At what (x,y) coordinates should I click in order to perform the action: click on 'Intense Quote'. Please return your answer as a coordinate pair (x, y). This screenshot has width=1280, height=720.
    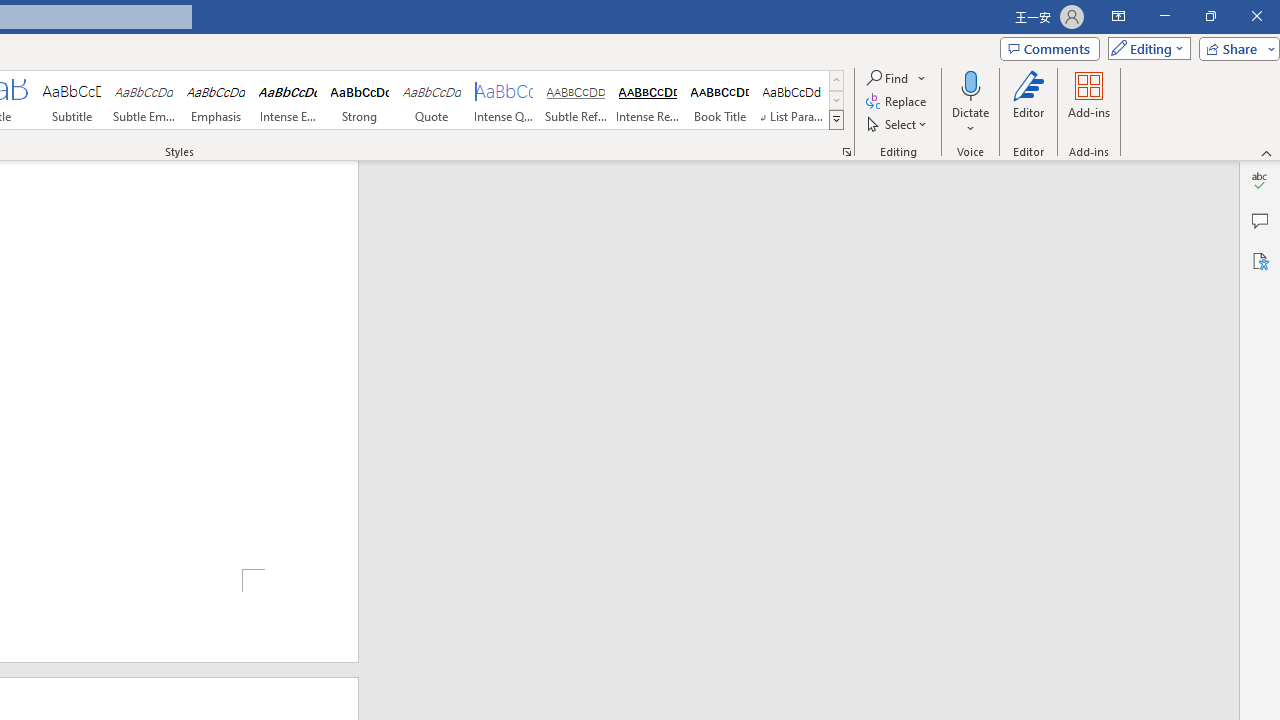
    Looking at the image, I should click on (504, 100).